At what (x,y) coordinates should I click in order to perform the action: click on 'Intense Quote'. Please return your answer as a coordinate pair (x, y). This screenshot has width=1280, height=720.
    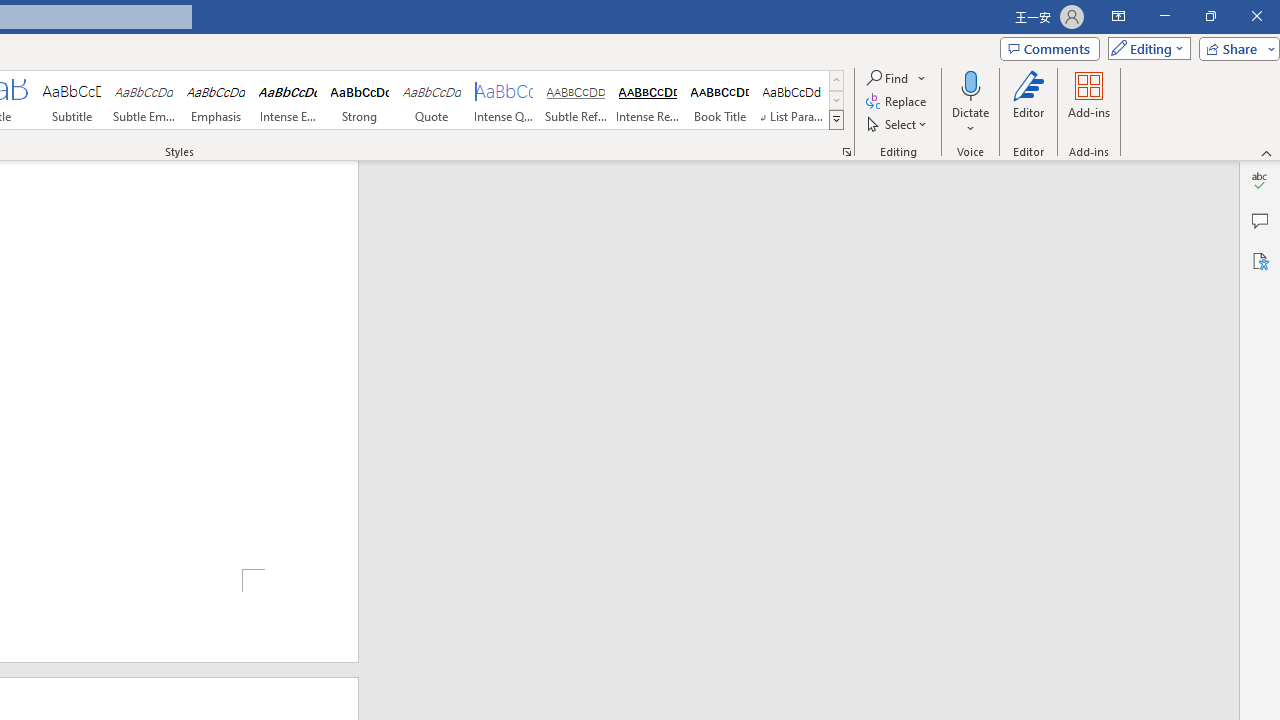
    Looking at the image, I should click on (504, 100).